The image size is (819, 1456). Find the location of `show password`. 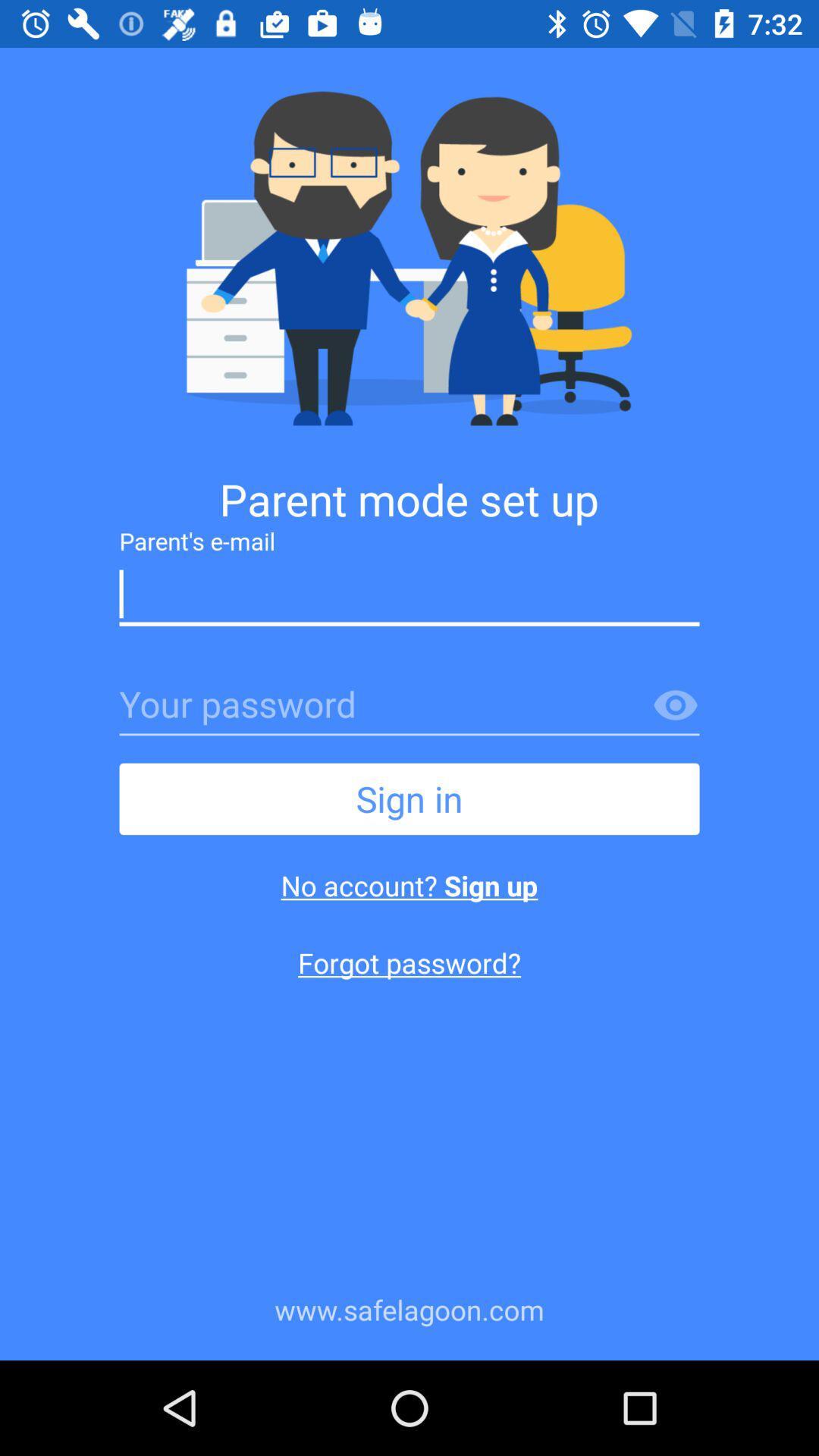

show password is located at coordinates (675, 705).